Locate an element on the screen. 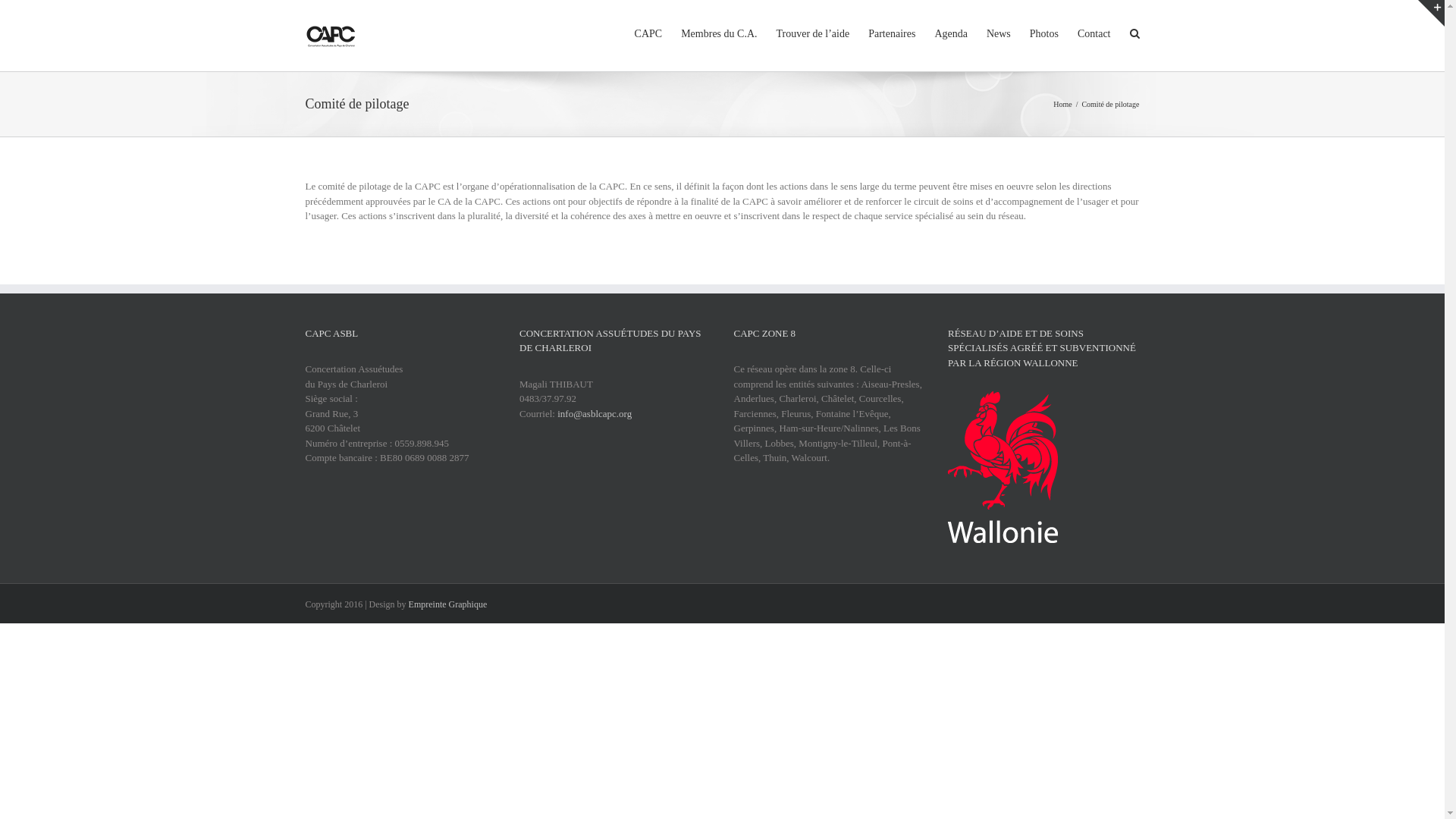  'Home' is located at coordinates (1052, 103).